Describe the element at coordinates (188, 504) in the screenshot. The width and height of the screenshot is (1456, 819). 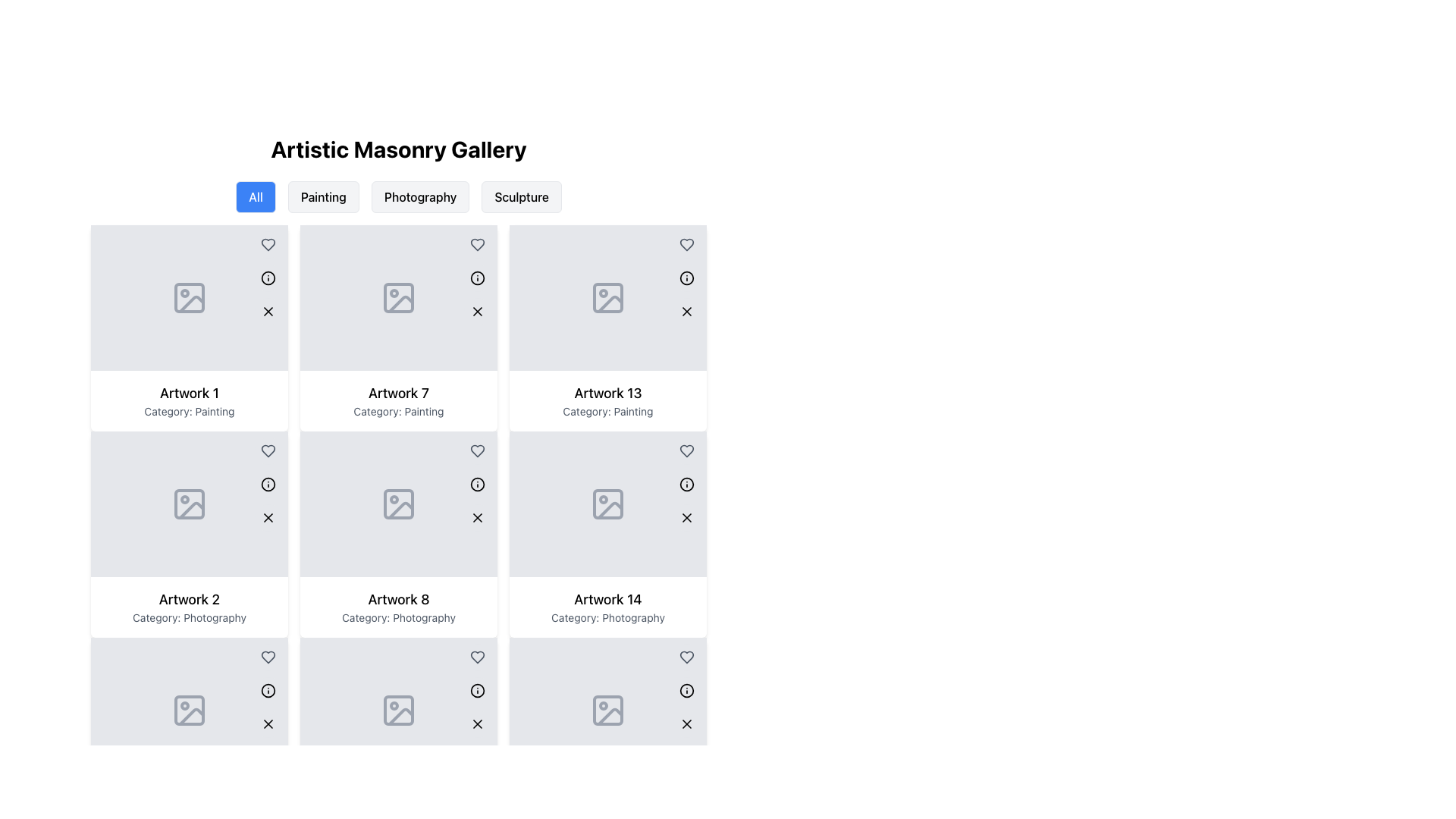
I see `image placeholder for the 'Artwork 2' card, located in the 'Photography' category, positioned in the second row and first column of the grid layout` at that location.